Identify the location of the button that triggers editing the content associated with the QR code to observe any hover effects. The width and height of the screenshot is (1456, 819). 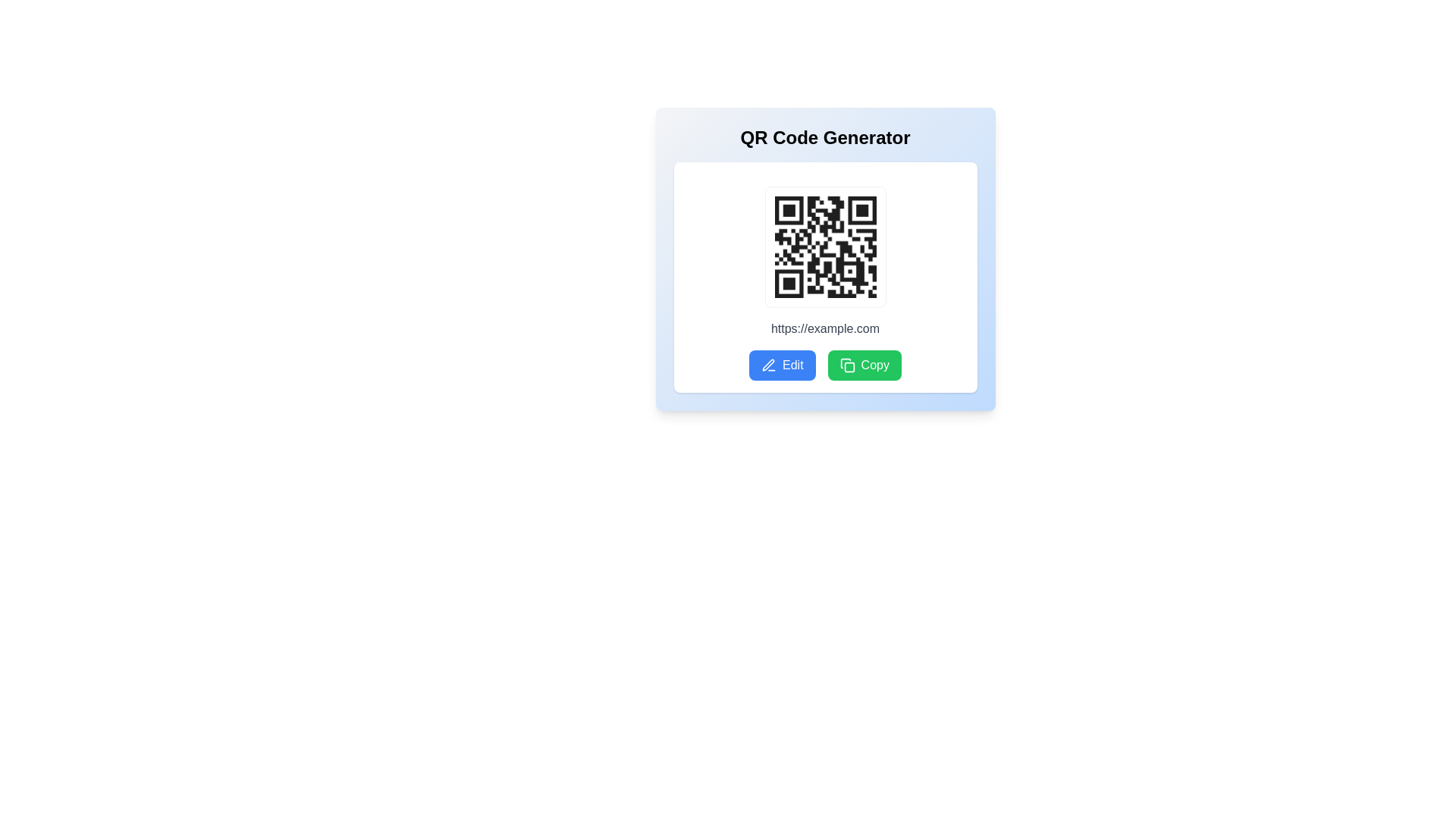
(782, 366).